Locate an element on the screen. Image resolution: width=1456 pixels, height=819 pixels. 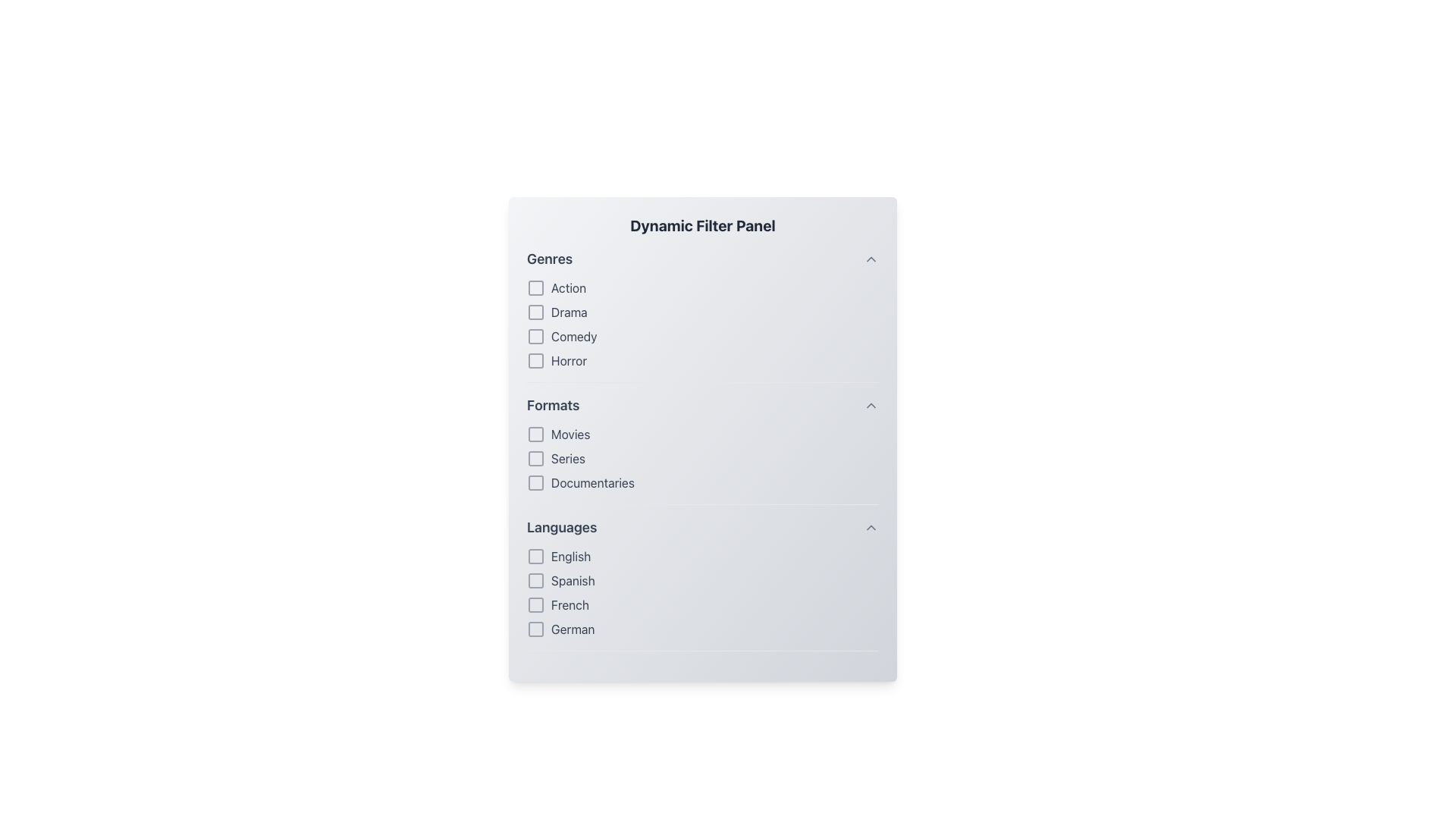
the checkbox for 'Documentaries' in the 'Formats' section of the 'Dynamic Filter Panel' is located at coordinates (535, 482).